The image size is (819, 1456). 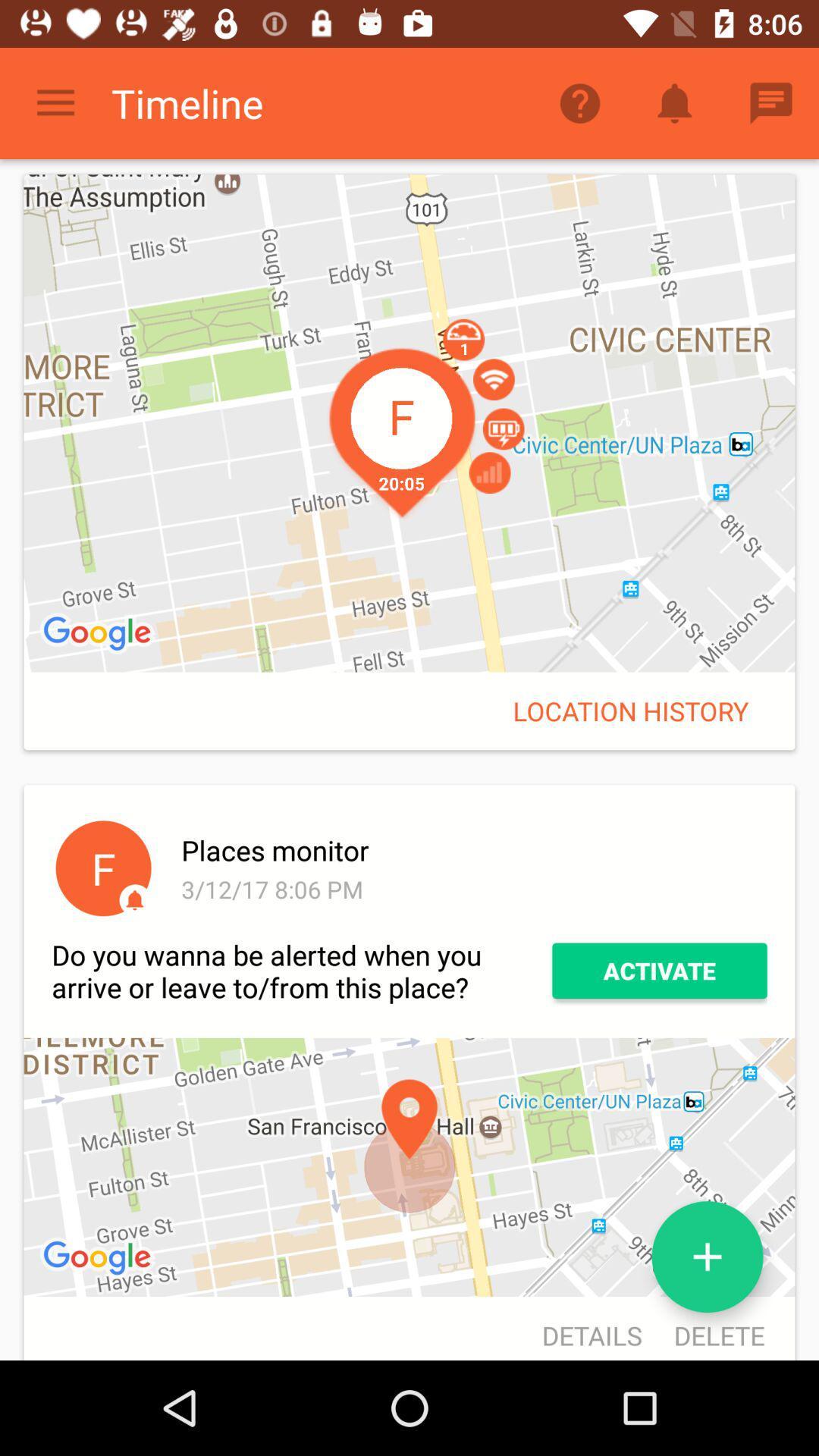 I want to click on the f icon, so click(x=102, y=868).